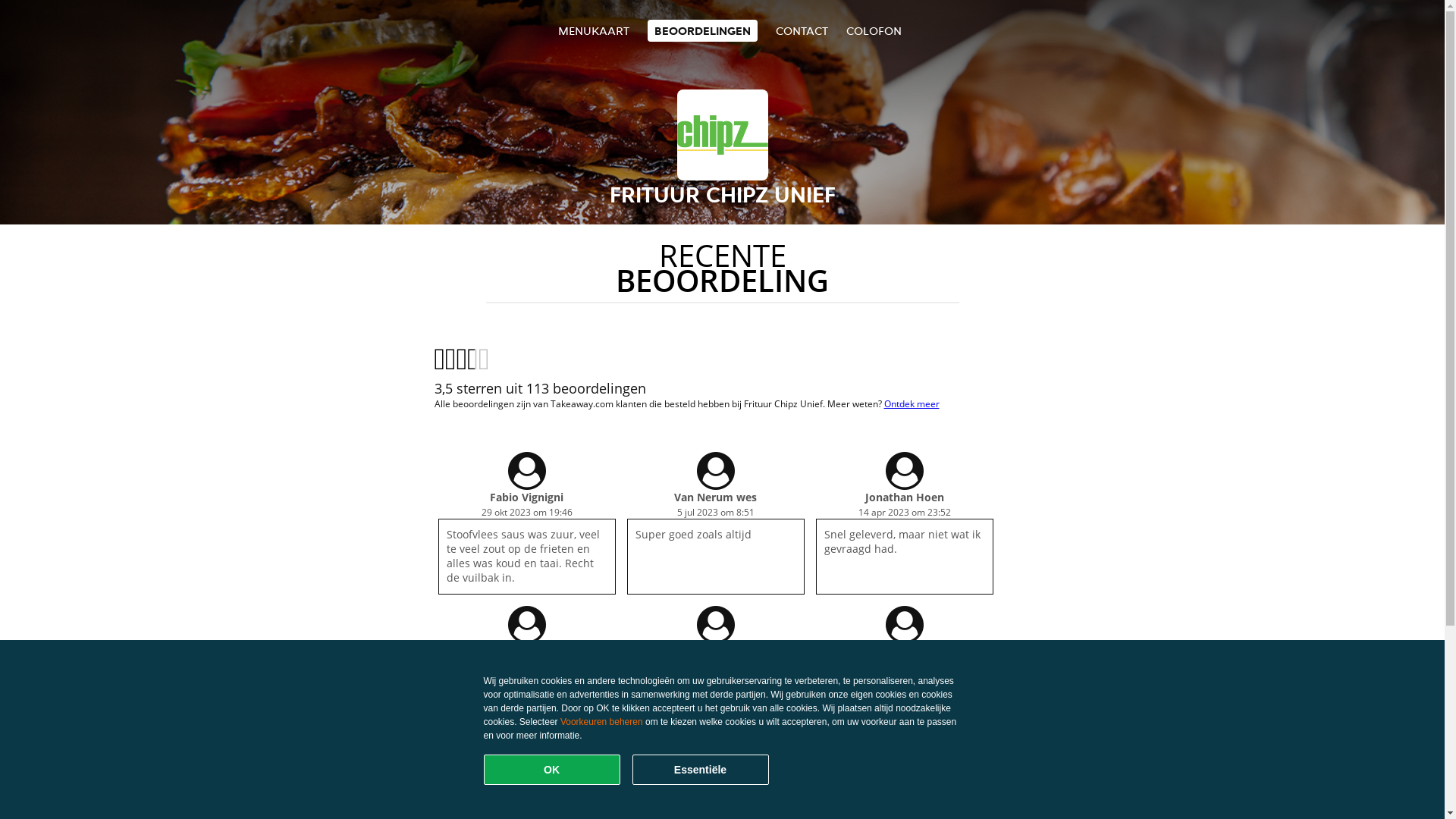 Image resolution: width=1456 pixels, height=819 pixels. Describe the element at coordinates (911, 403) in the screenshot. I see `'Ontdek meer'` at that location.